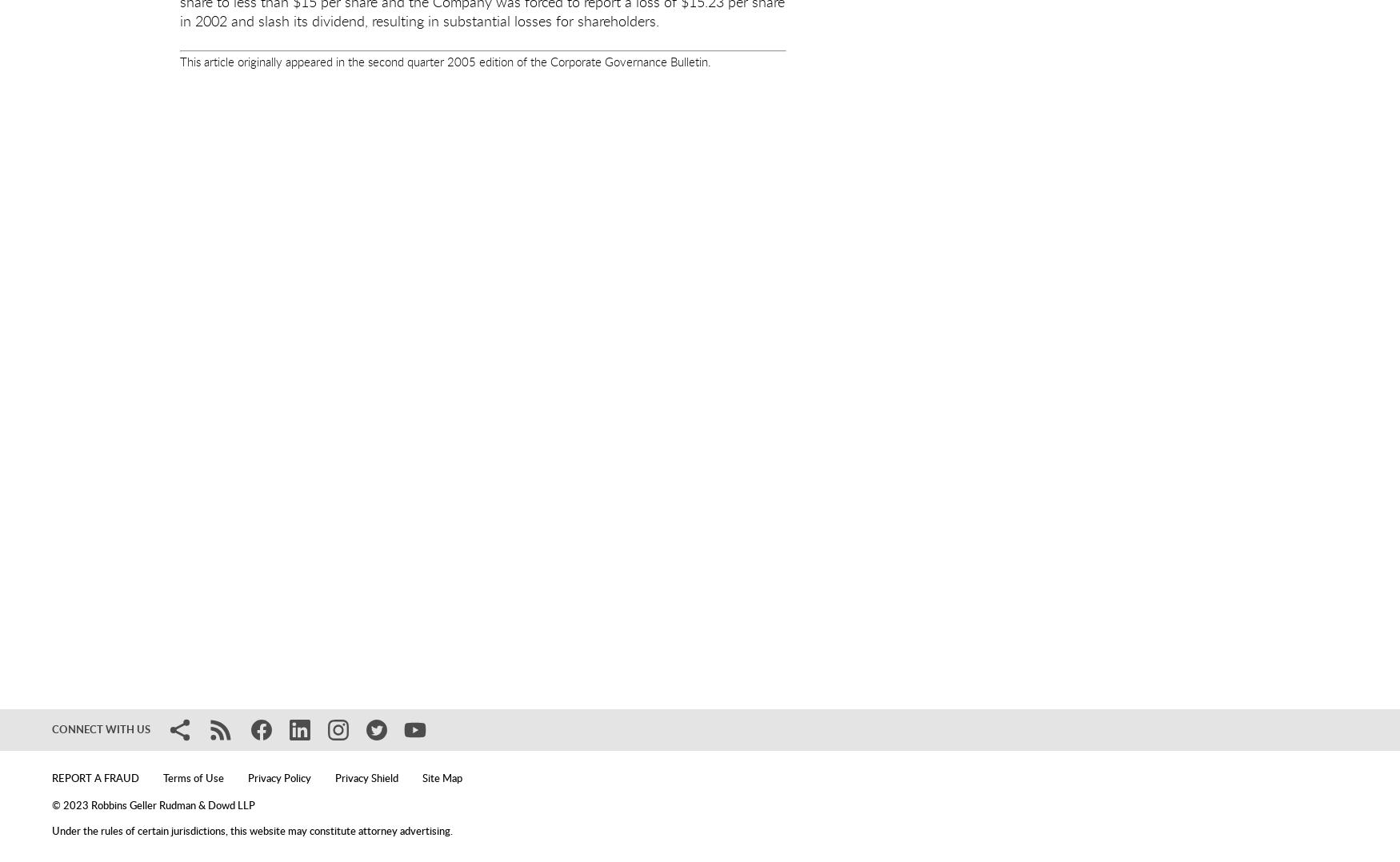 The height and width of the screenshot is (862, 1400). Describe the element at coordinates (706, 693) in the screenshot. I see `'prior to submitting such data.'` at that location.